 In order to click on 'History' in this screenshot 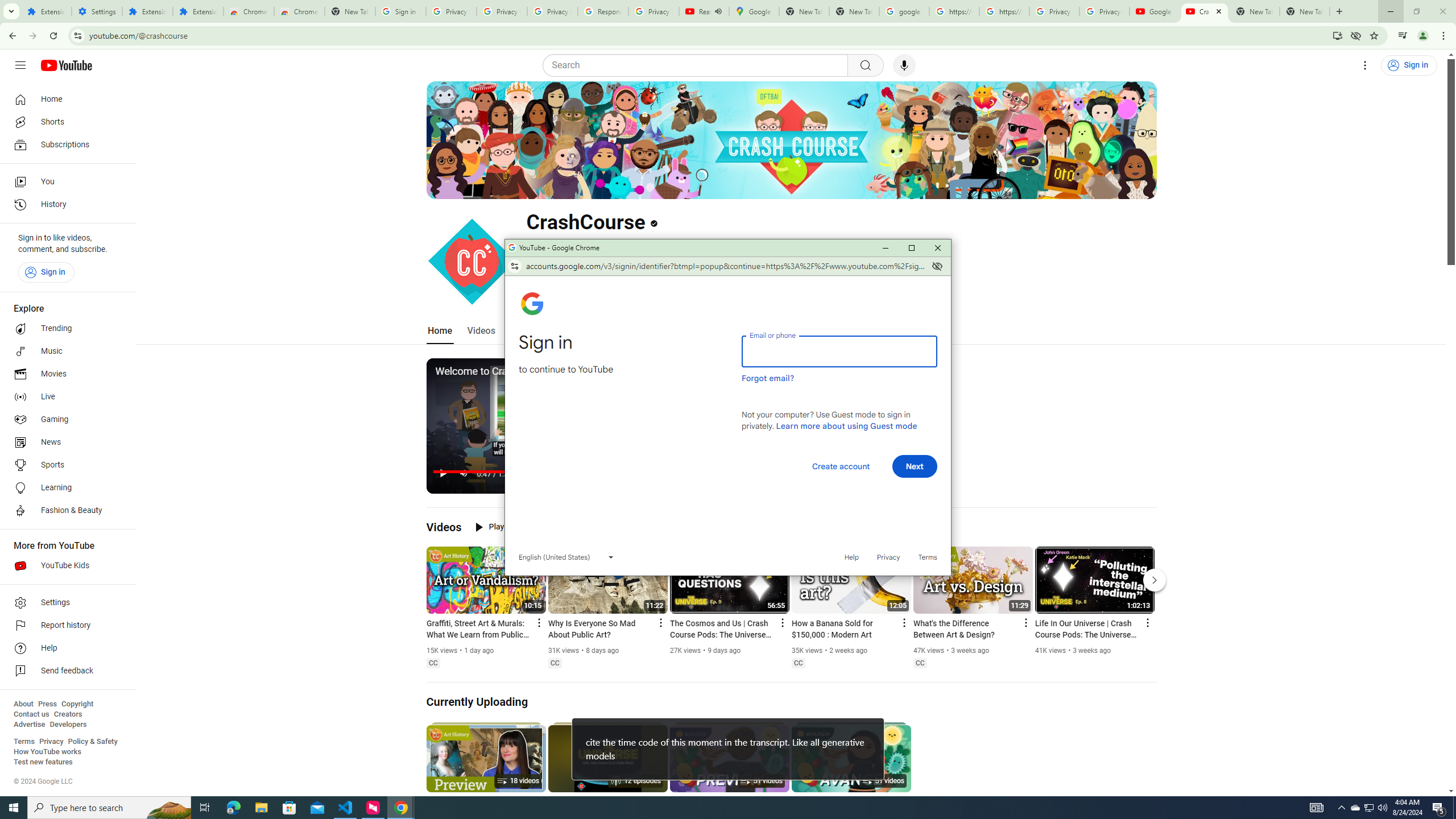, I will do `click(64, 205)`.